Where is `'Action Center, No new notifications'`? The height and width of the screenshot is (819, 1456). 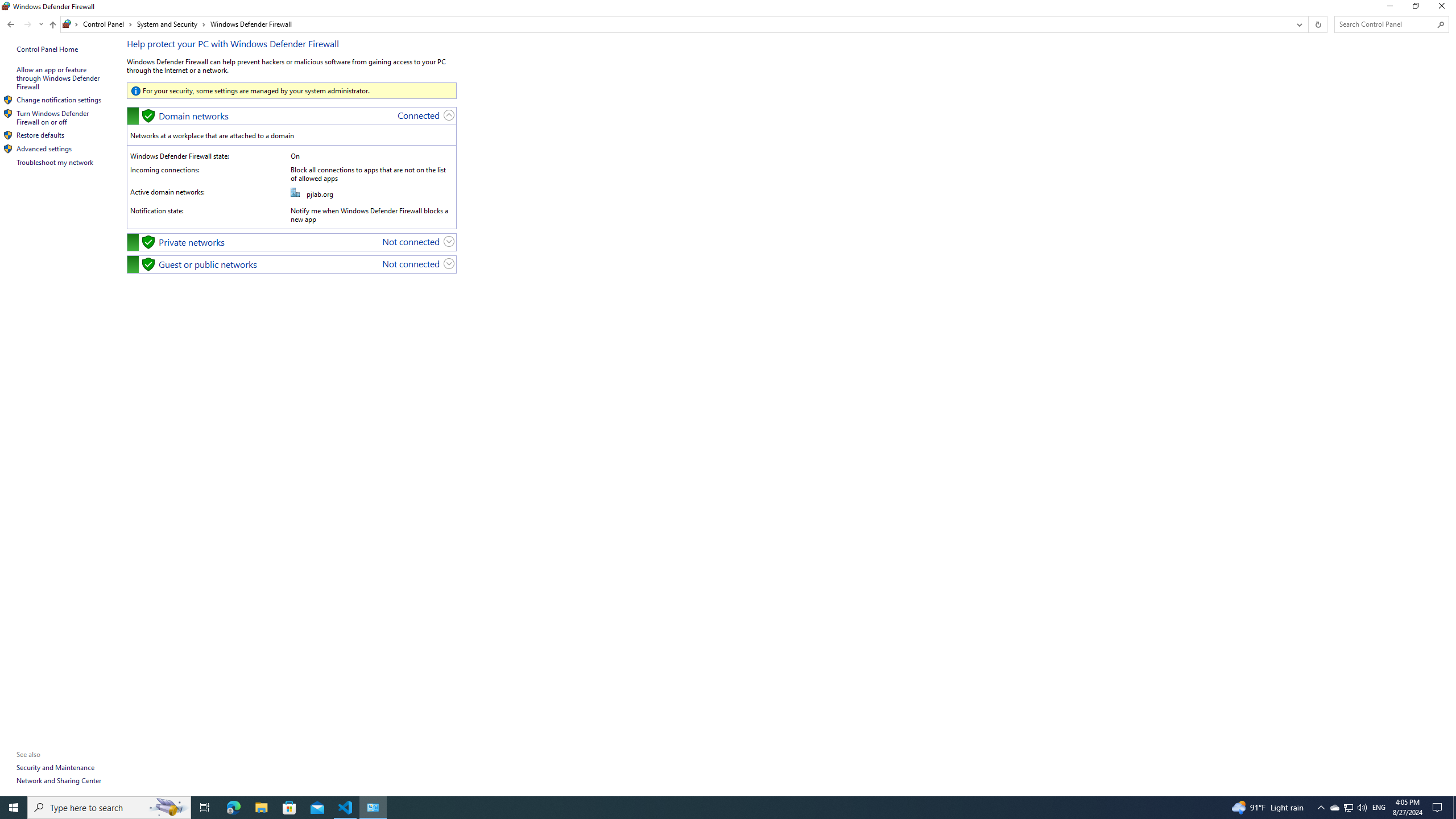 'Action Center, No new notifications' is located at coordinates (1439, 806).